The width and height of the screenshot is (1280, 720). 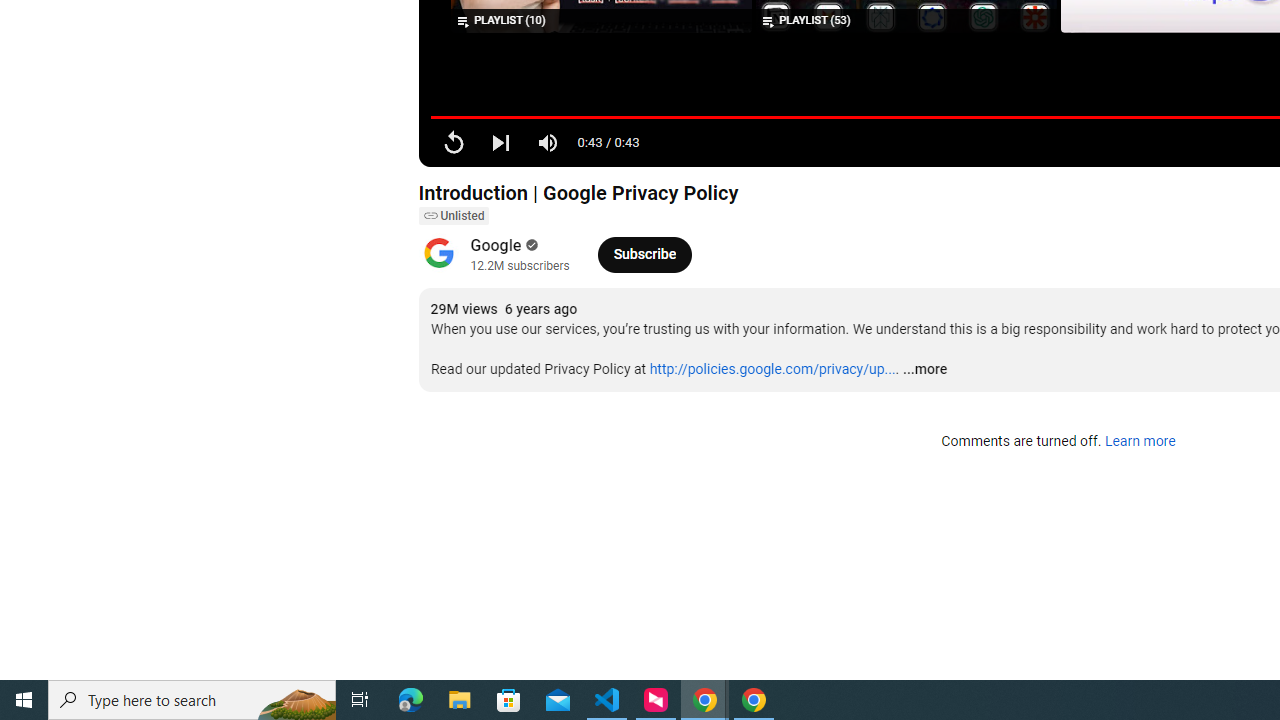 I want to click on 'Pause (k)', so click(x=452, y=141).